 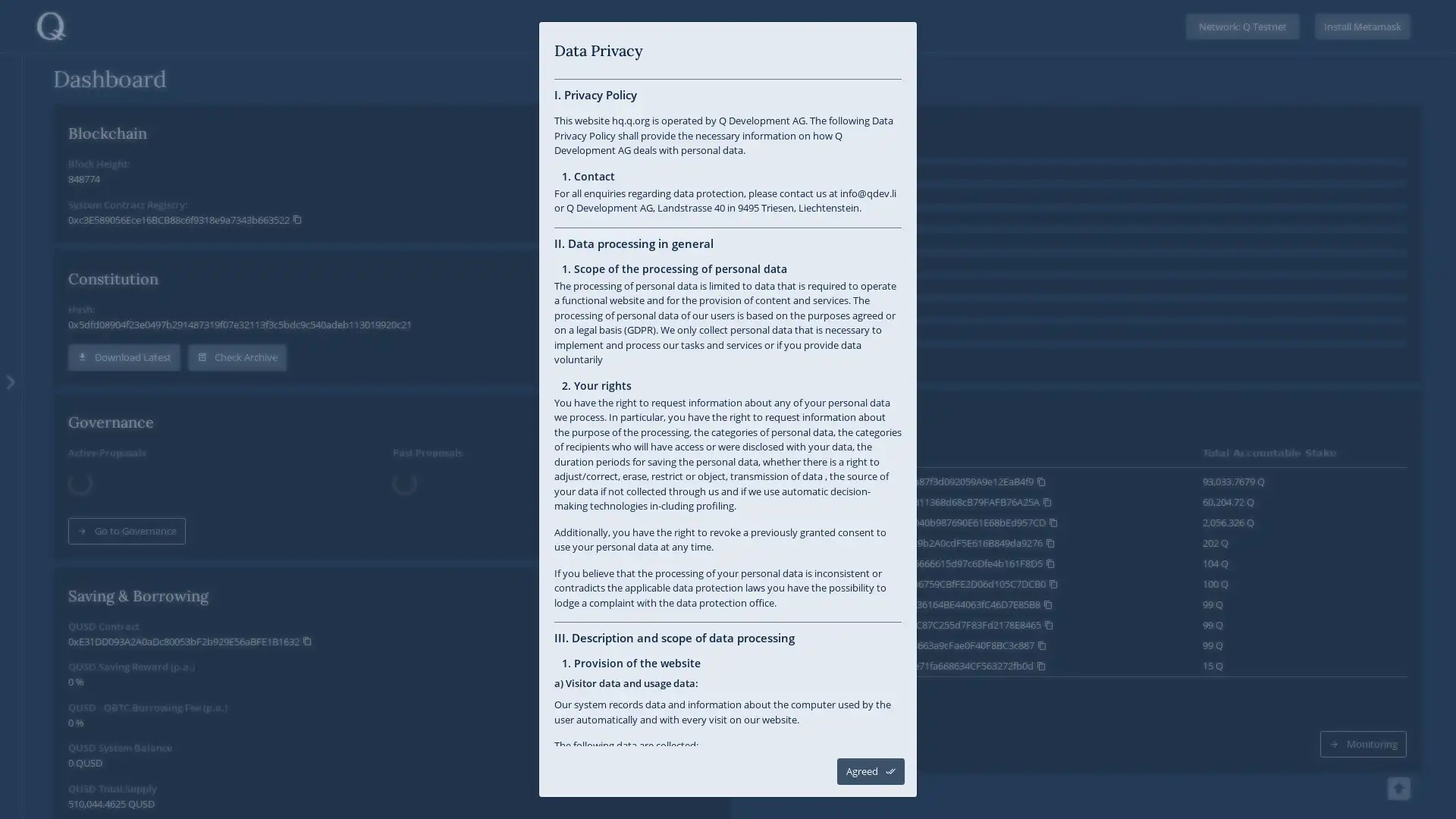 I want to click on Monitoring, so click(x=1363, y=706).